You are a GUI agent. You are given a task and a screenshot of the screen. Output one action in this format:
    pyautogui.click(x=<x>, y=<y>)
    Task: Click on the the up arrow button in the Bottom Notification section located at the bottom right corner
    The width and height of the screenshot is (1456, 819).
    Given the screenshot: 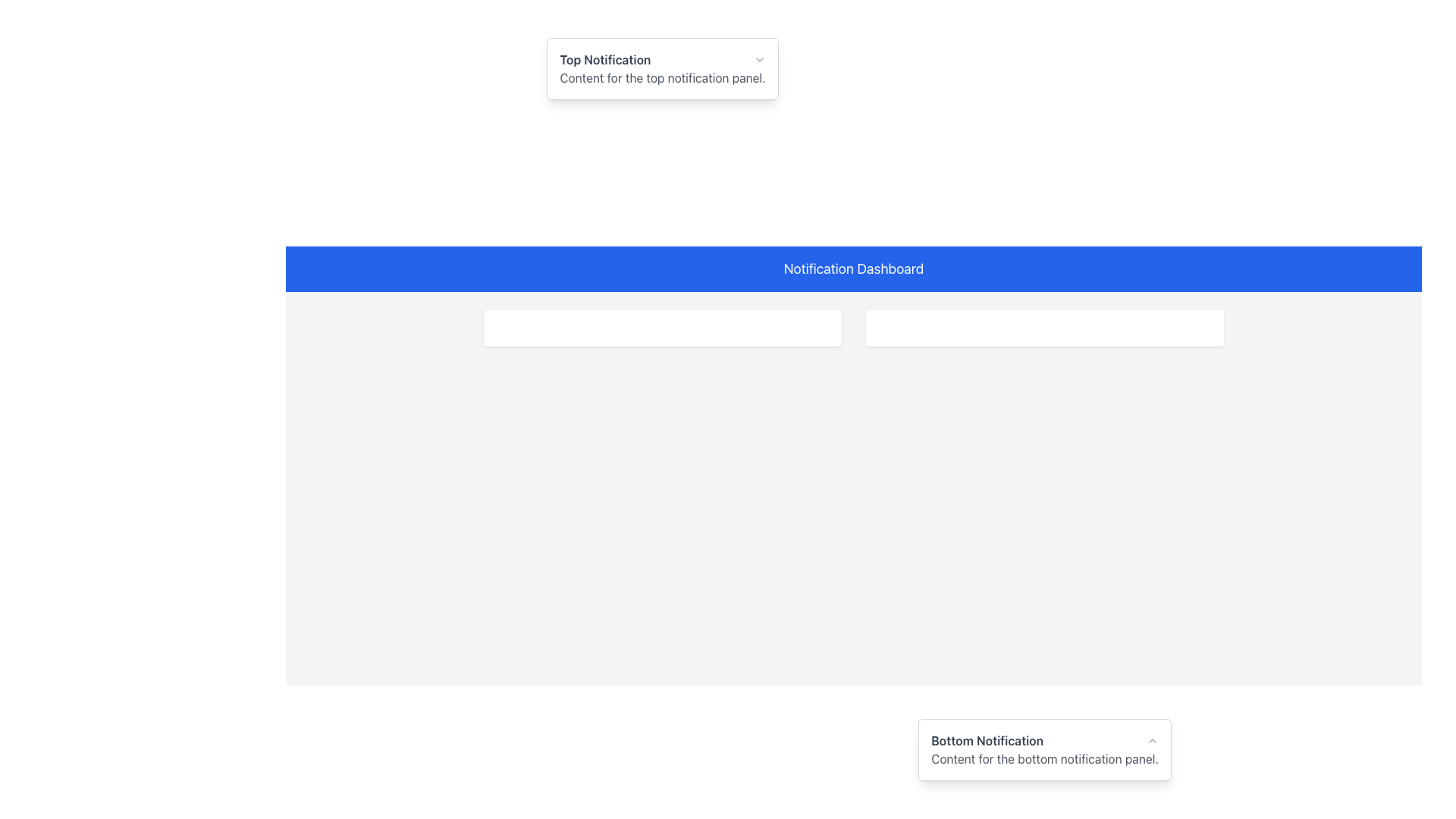 What is the action you would take?
    pyautogui.click(x=1152, y=739)
    